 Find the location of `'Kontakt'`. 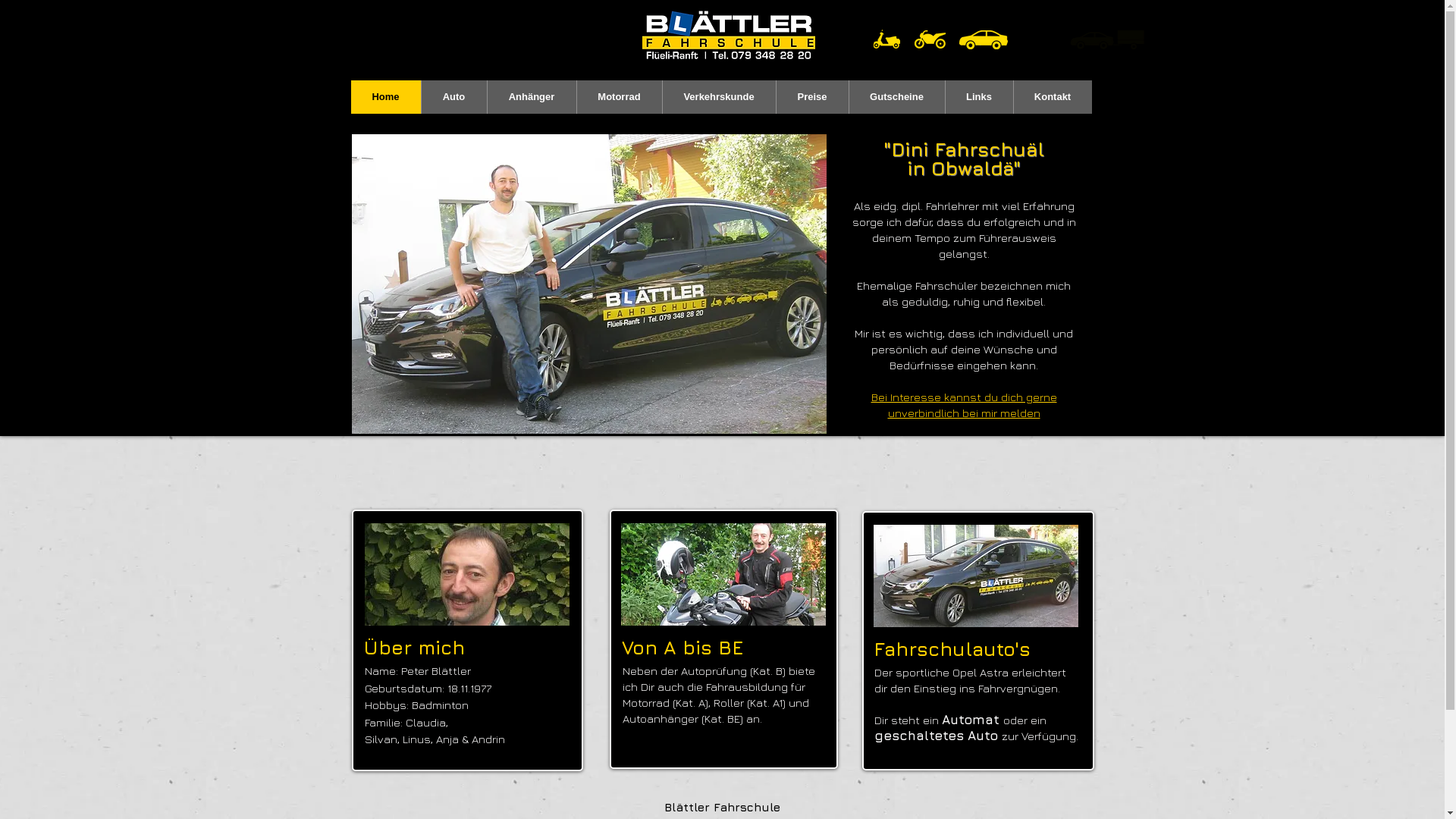

'Kontakt' is located at coordinates (1051, 96).